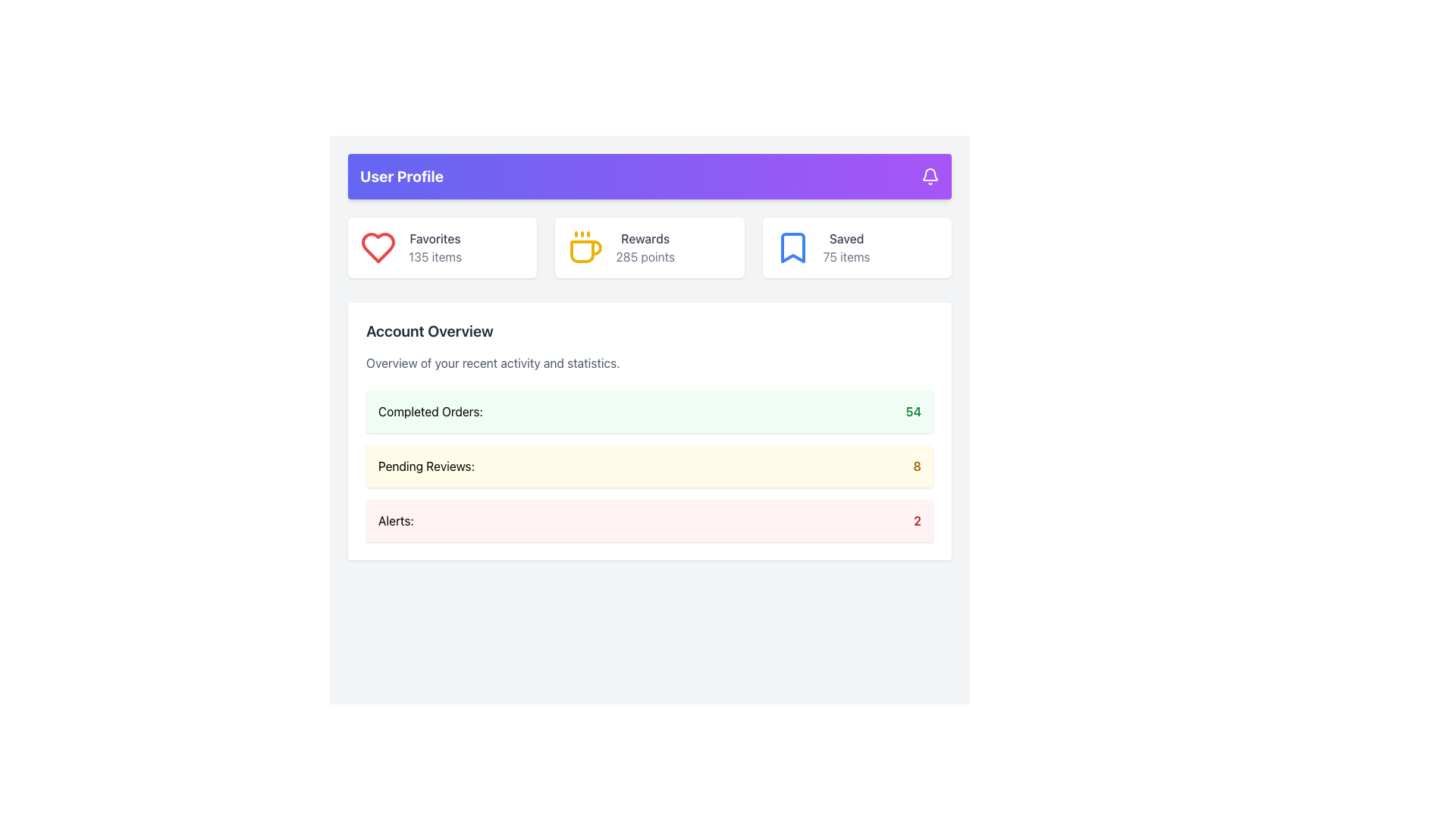 This screenshot has height=819, width=1456. Describe the element at coordinates (846, 239) in the screenshot. I see `the 'Saved' static text label indicating saved items, which is positioned above the '75 items' label in the 'Saved' section` at that location.